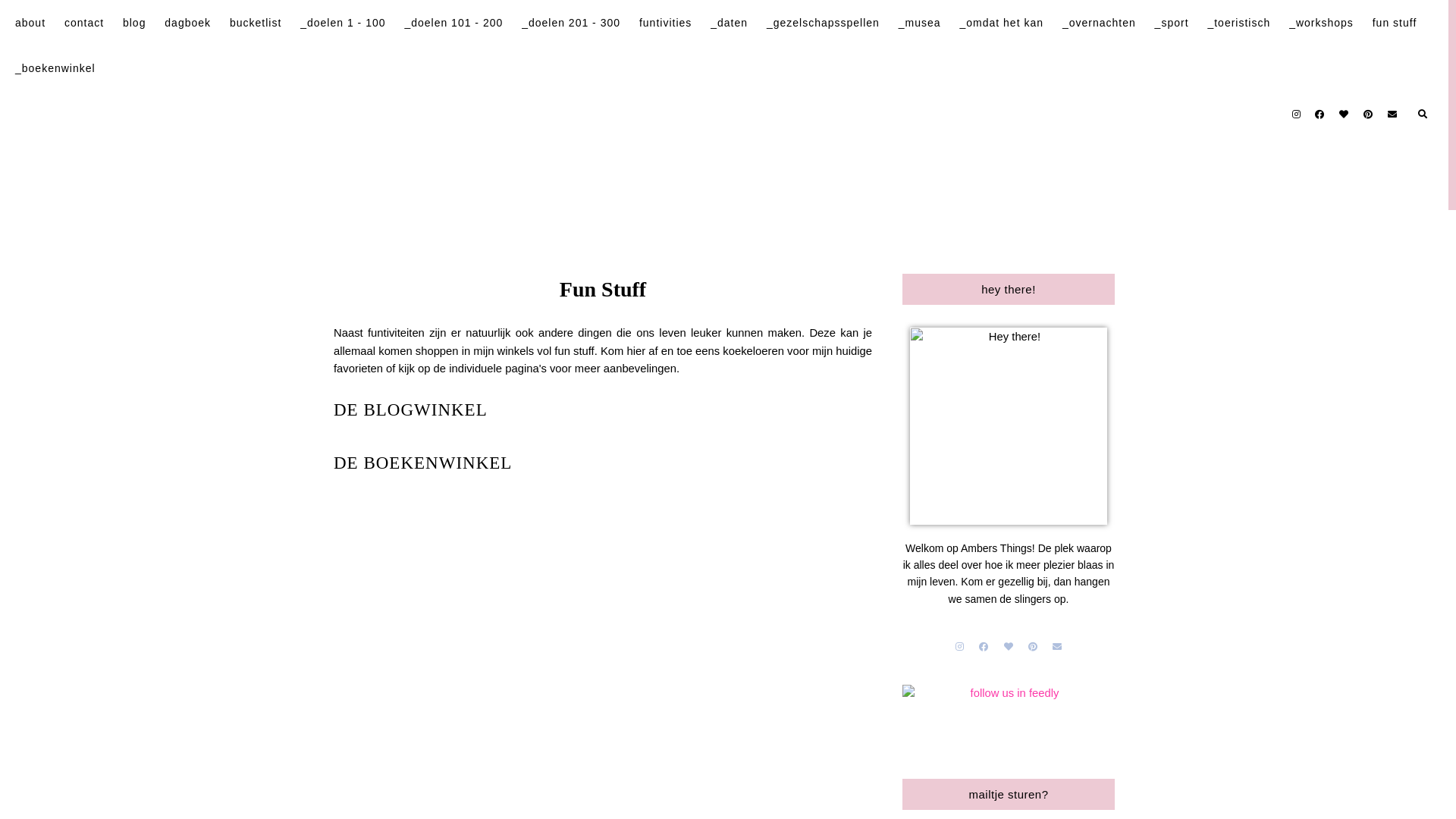 This screenshot has height=819, width=1456. Describe the element at coordinates (164, 23) in the screenshot. I see `'dagboek'` at that location.